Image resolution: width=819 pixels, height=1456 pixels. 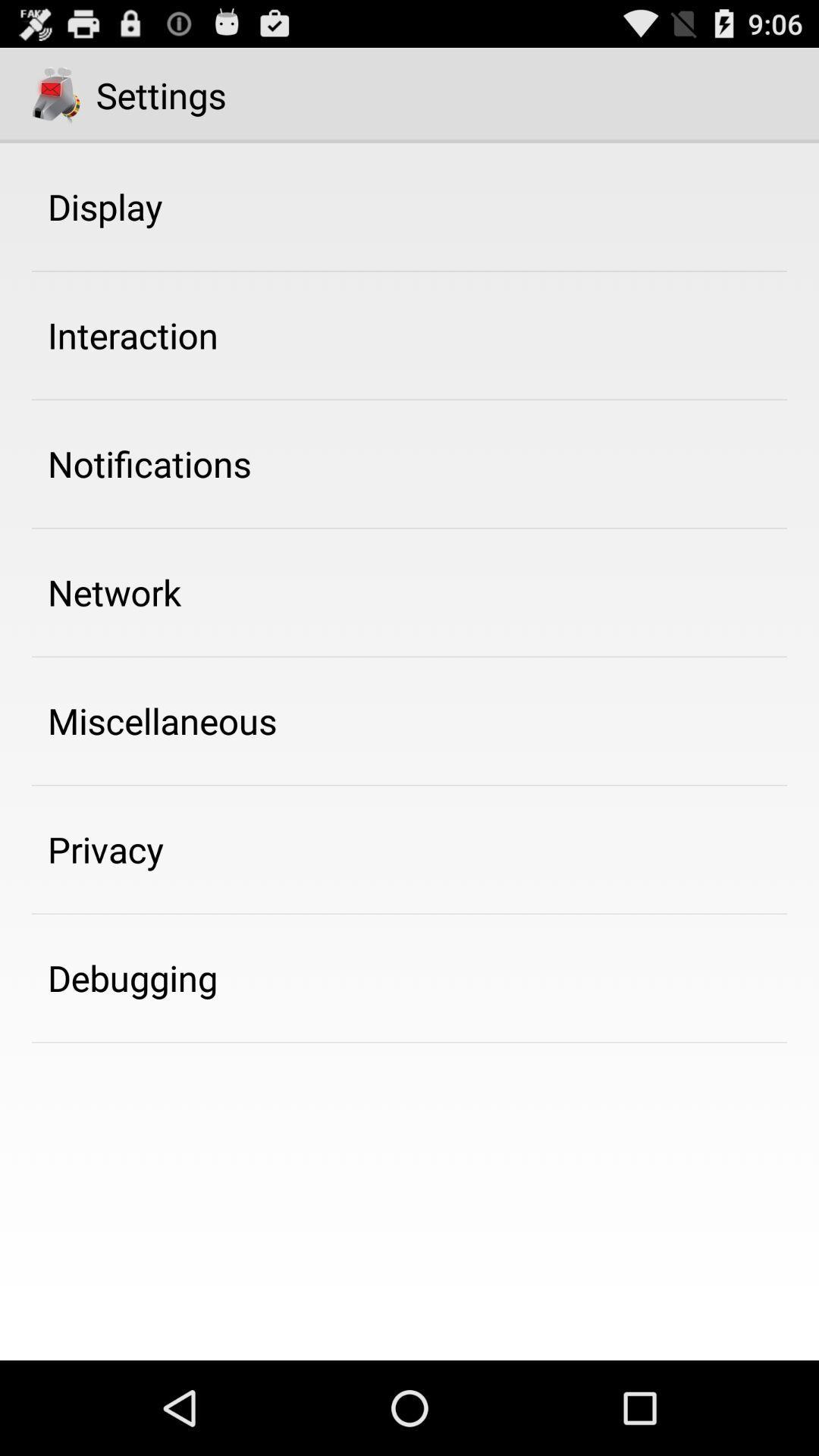 What do you see at coordinates (105, 849) in the screenshot?
I see `icon above debugging app` at bounding box center [105, 849].